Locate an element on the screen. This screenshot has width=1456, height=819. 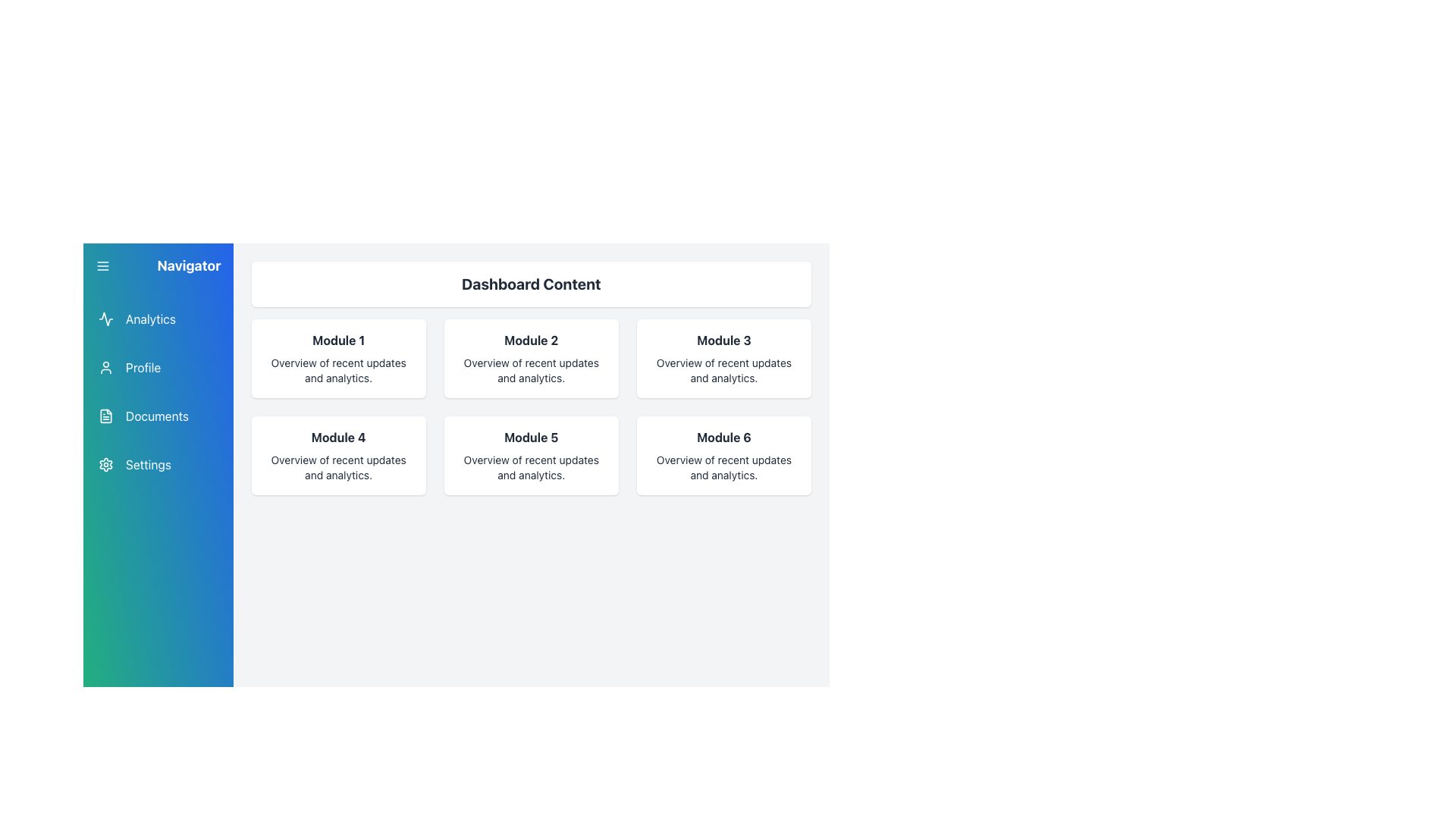
the menu trigger button located at the topmost left corner of the blue-to-green gradient sidebar is located at coordinates (102, 265).